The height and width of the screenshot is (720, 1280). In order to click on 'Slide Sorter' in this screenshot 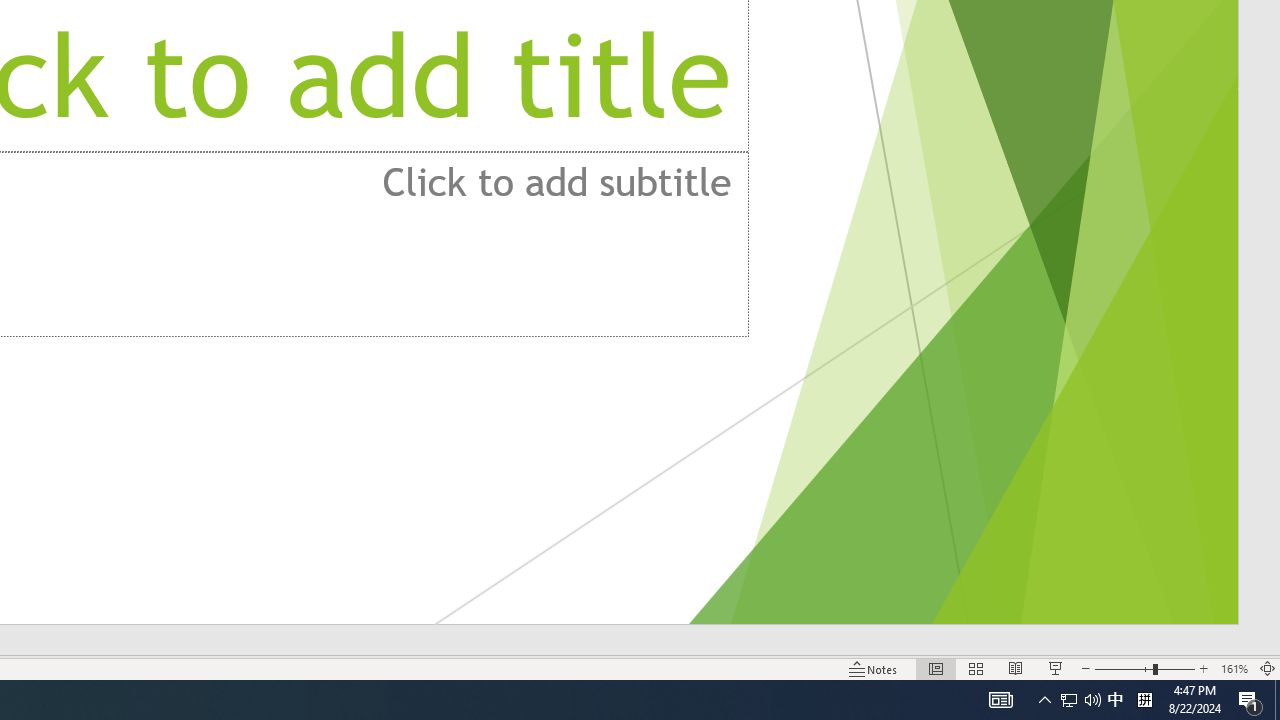, I will do `click(976, 669)`.